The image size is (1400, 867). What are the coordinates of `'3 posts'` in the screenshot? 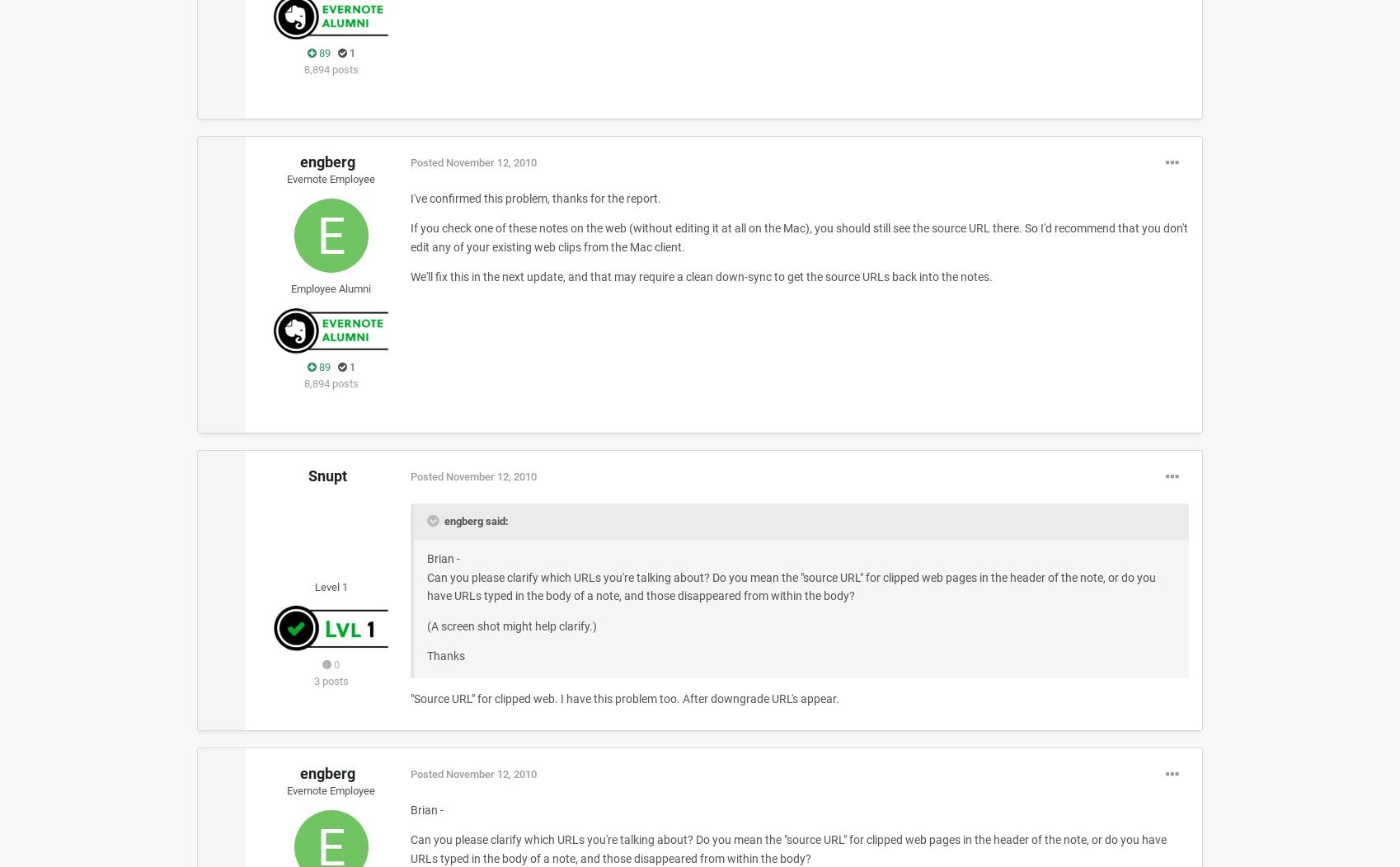 It's located at (331, 680).